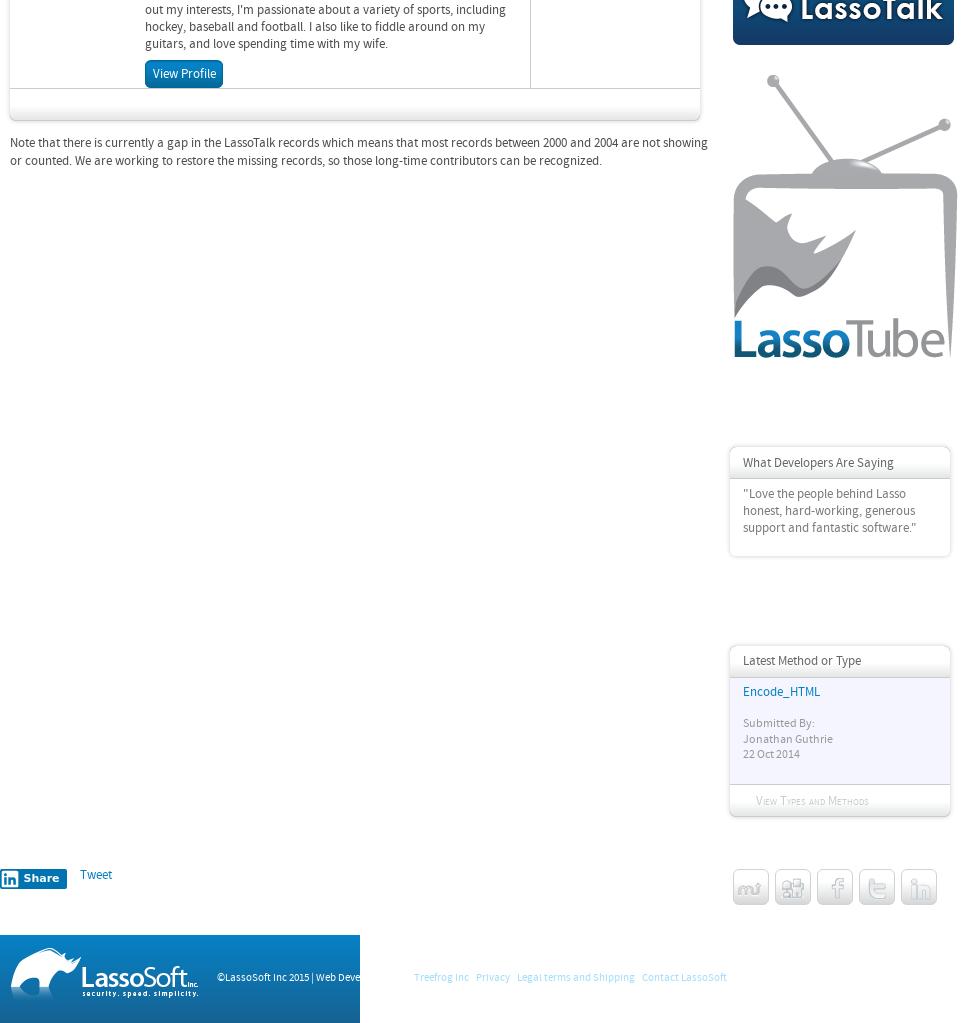  Describe the element at coordinates (829, 509) in the screenshot. I see `'"Love the people behind Lasso honest, hard-working, generous support and fantastic software."'` at that location.